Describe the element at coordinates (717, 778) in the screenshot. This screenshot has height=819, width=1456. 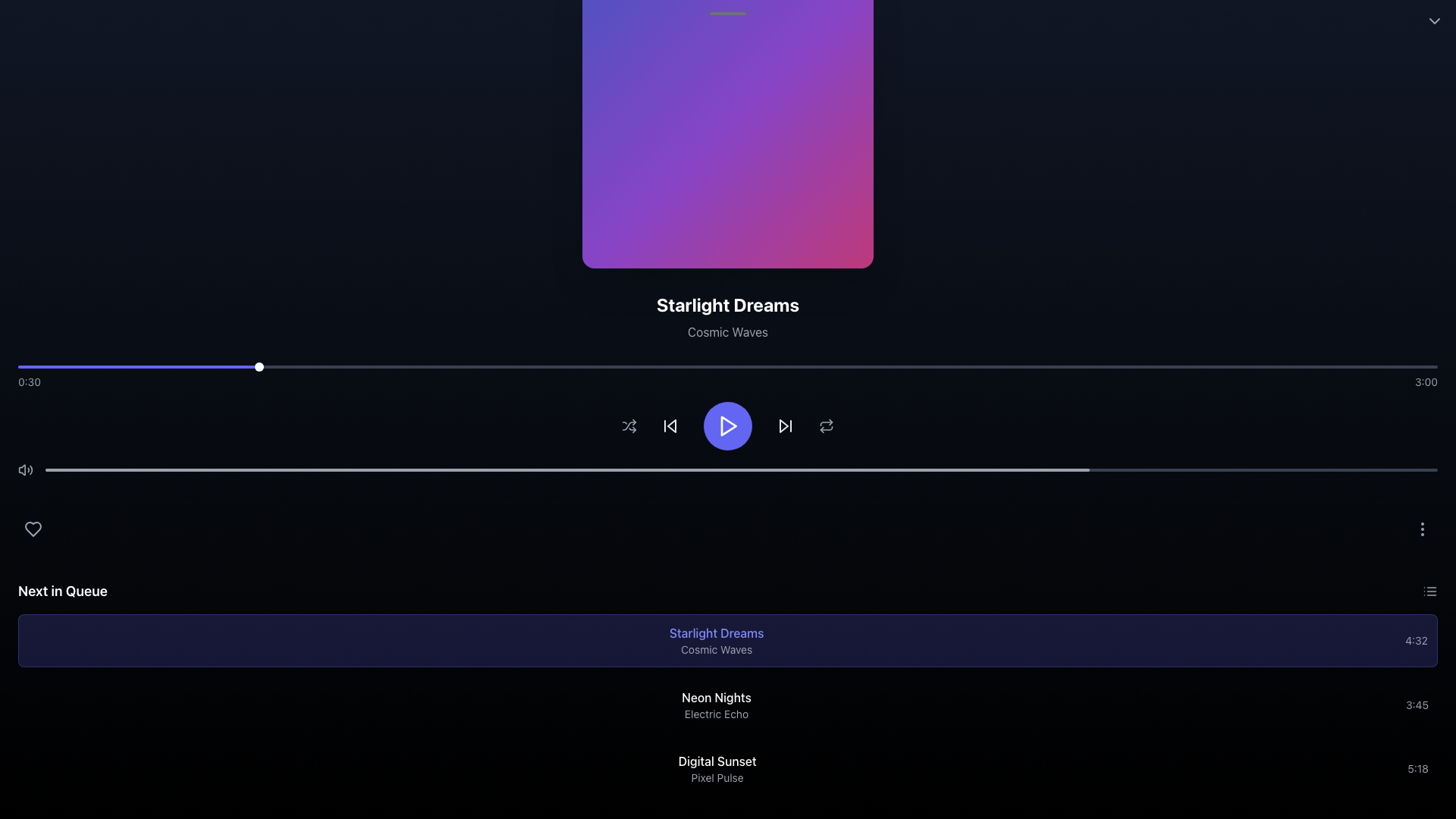
I see `text displayed in the label that shows 'Pixel Pulse', which is styled in light gray and located below the 'Digital Sunset' label` at that location.